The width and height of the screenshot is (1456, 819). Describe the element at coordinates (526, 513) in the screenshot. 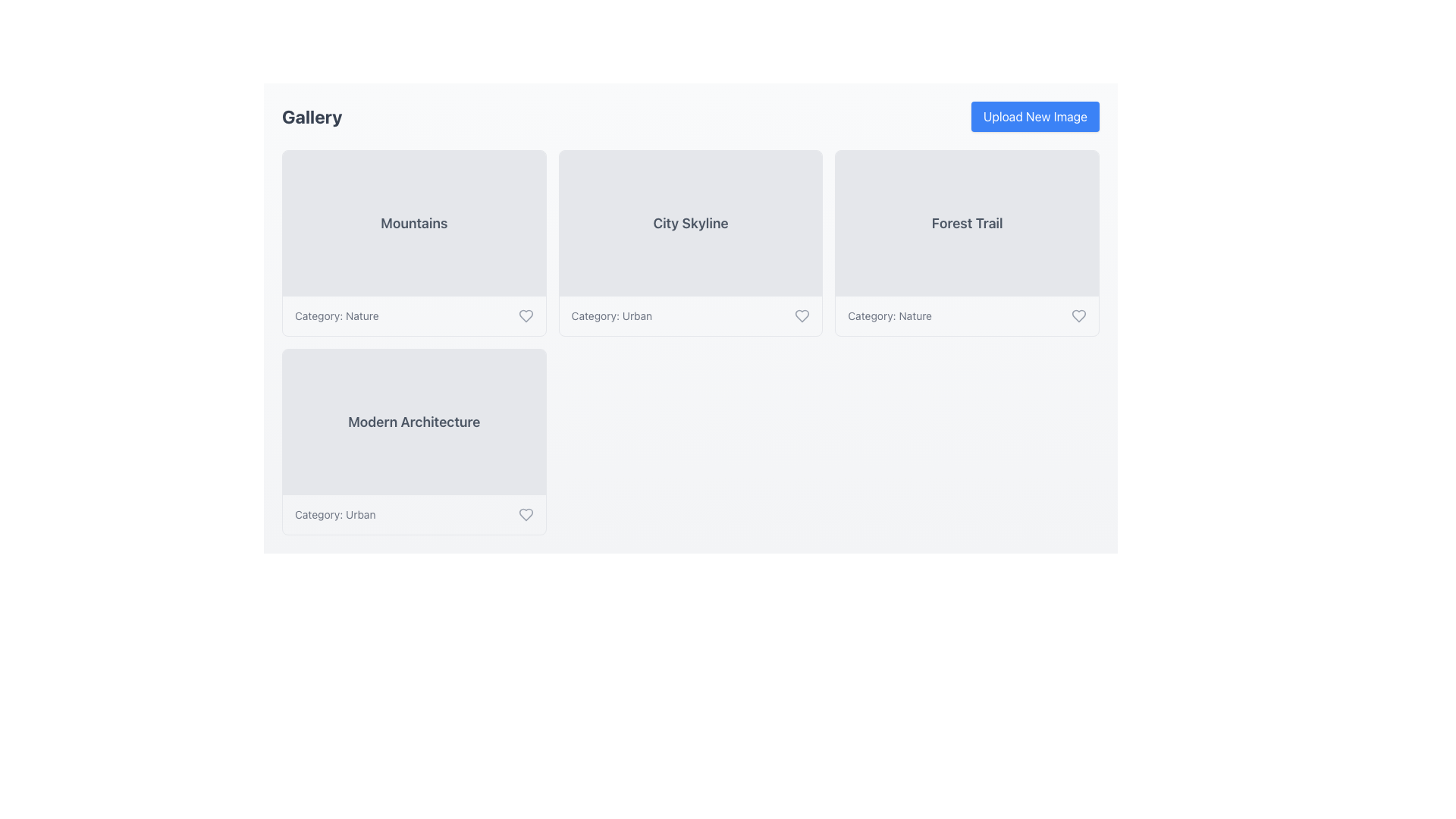

I see `the heart icon outline located in the bottom-right corner of the 'Modern Architecture' card, which represents a favorite or like functionality` at that location.